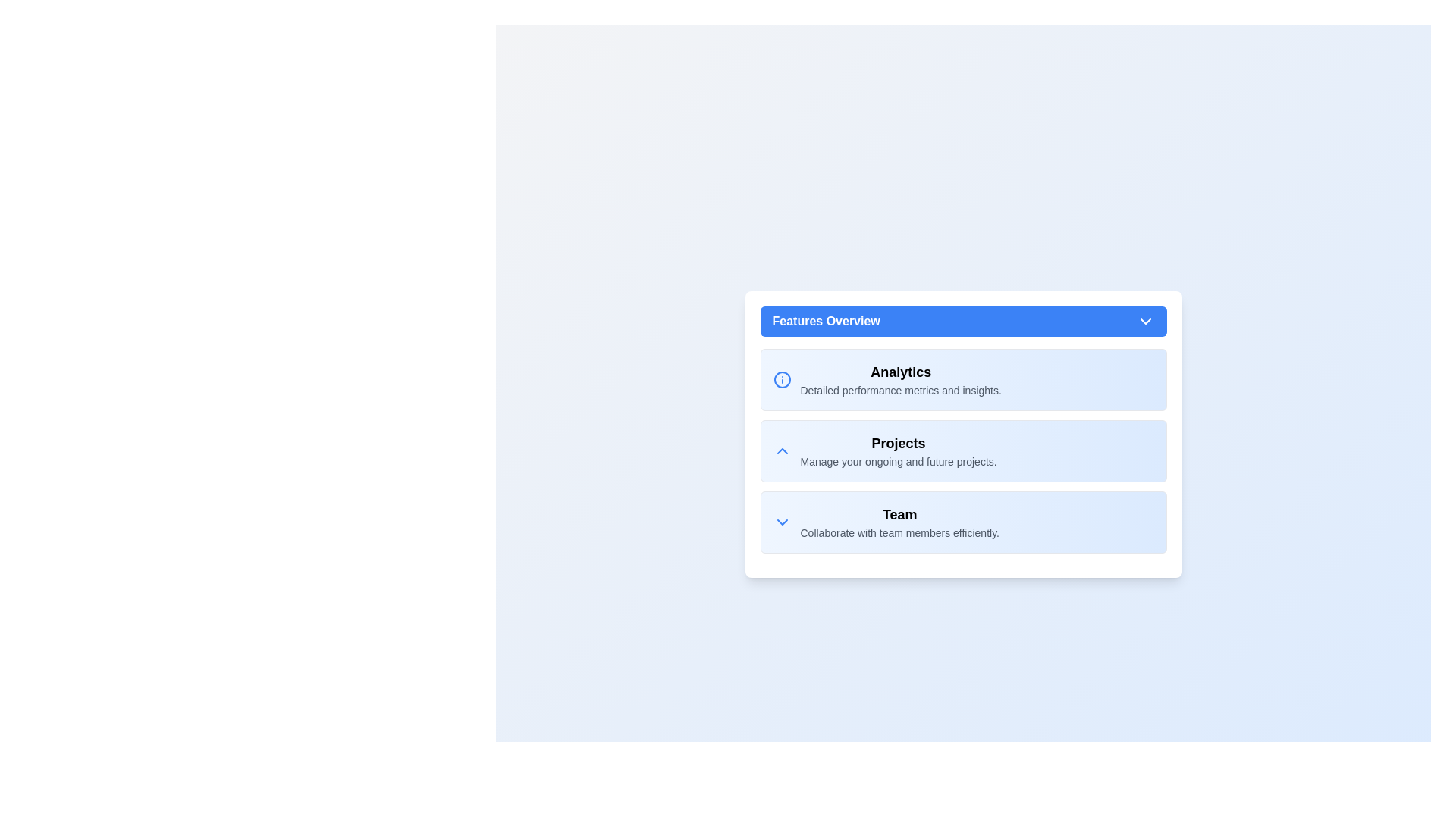  Describe the element at coordinates (901, 379) in the screenshot. I see `the 'Analytics' text label` at that location.